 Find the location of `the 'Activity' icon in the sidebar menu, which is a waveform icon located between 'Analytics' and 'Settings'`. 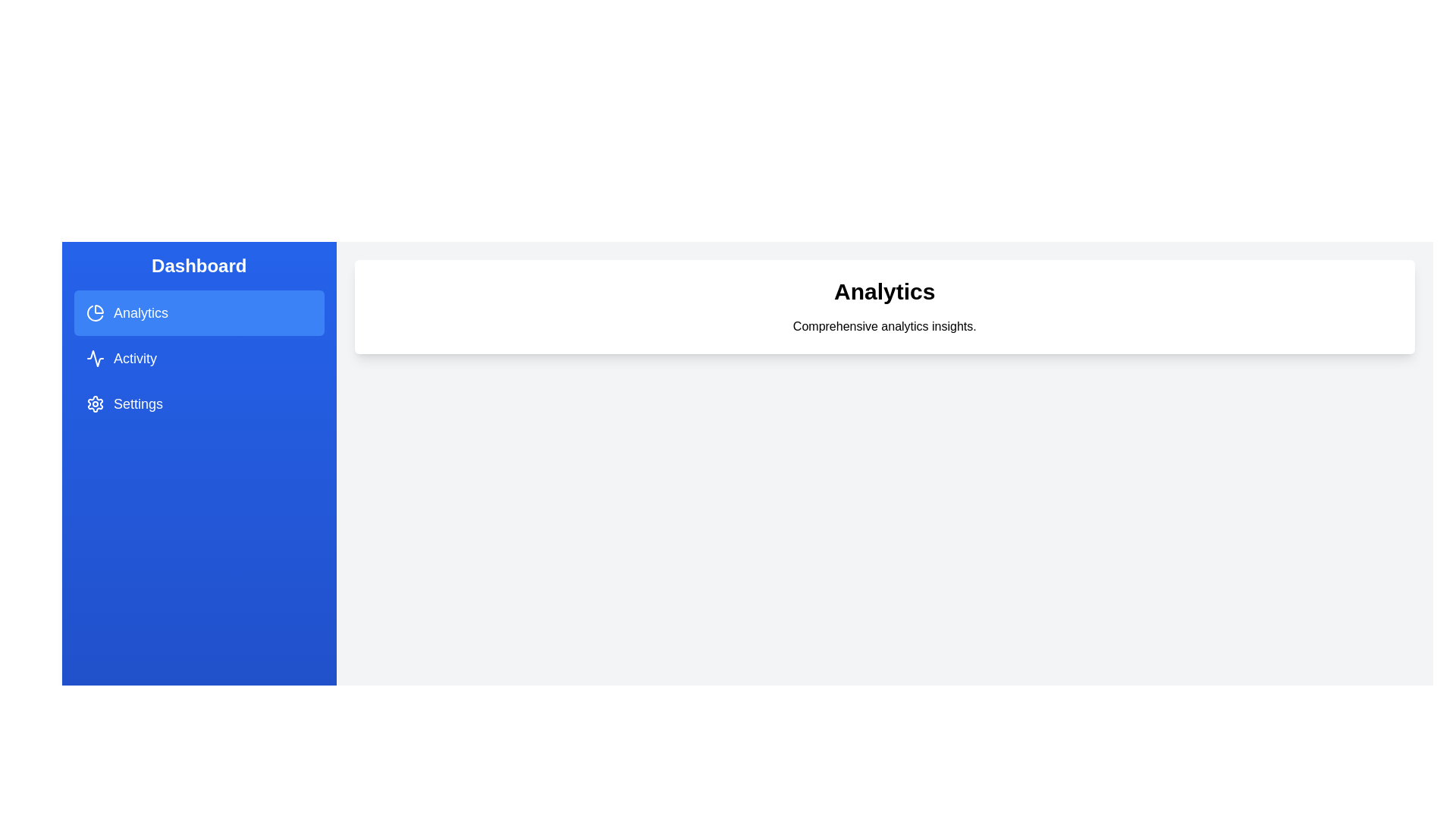

the 'Activity' icon in the sidebar menu, which is a waveform icon located between 'Analytics' and 'Settings' is located at coordinates (94, 359).